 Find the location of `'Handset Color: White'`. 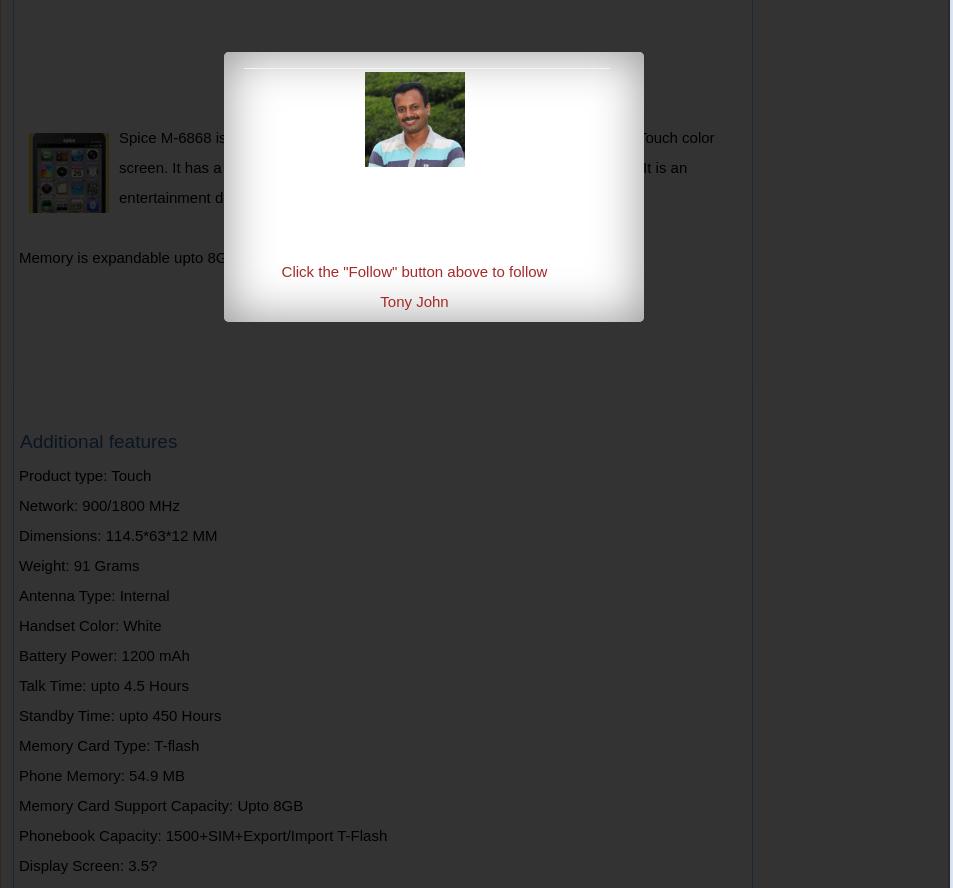

'Handset Color: White' is located at coordinates (88, 624).